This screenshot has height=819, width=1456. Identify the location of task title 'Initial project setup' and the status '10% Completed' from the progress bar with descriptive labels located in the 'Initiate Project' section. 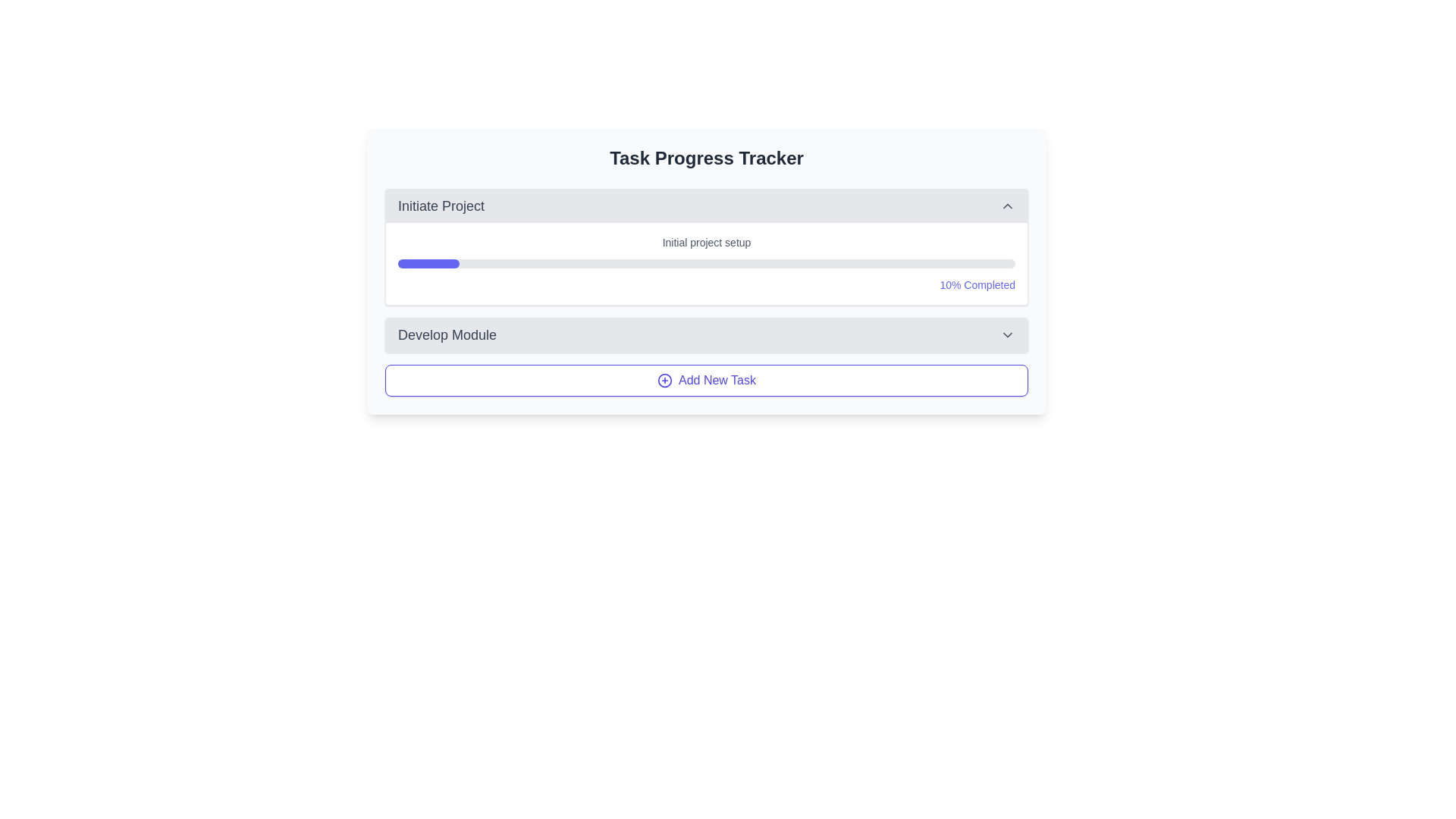
(705, 262).